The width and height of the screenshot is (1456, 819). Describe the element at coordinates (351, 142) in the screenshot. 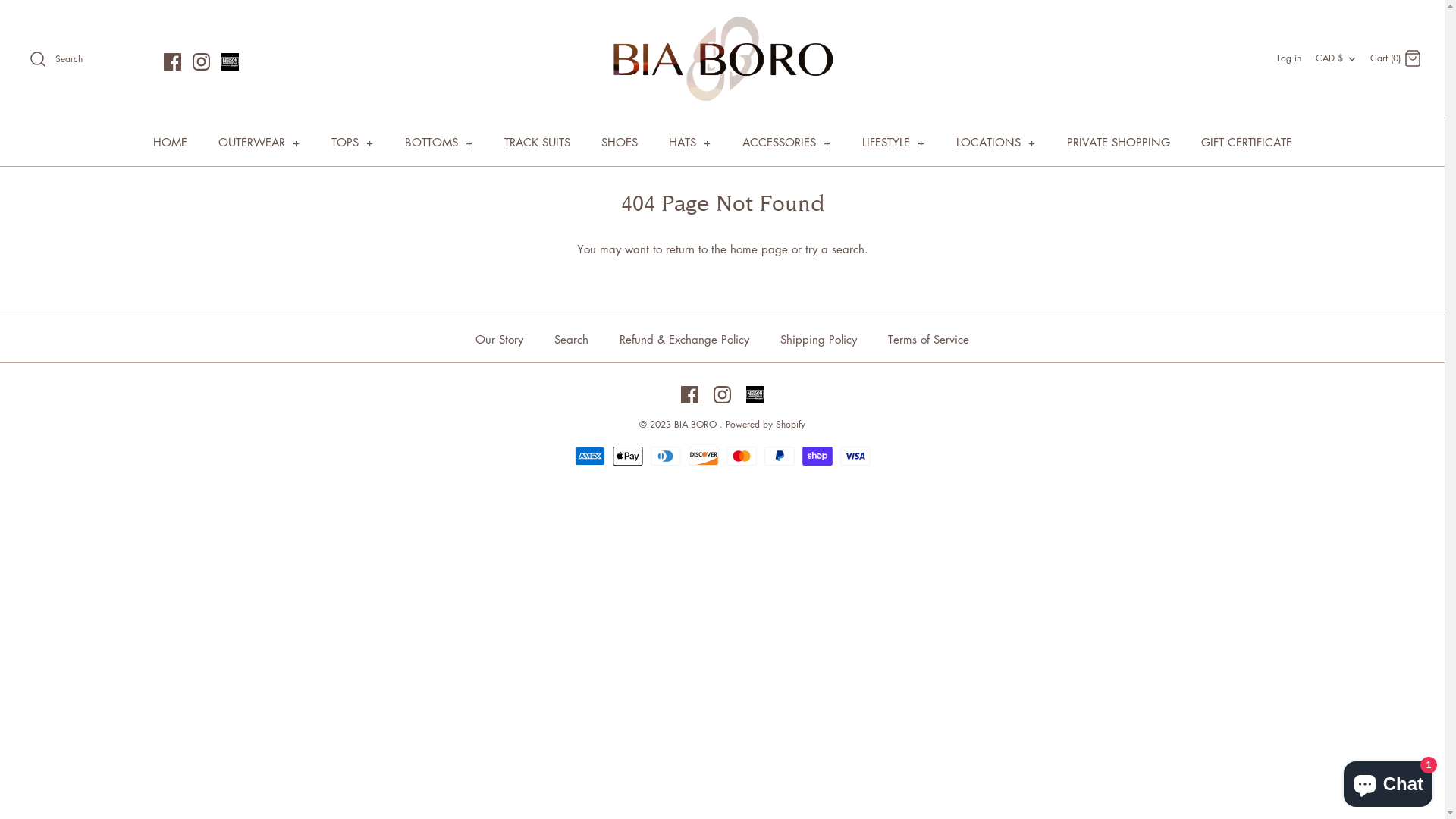

I see `'TOPS +'` at that location.